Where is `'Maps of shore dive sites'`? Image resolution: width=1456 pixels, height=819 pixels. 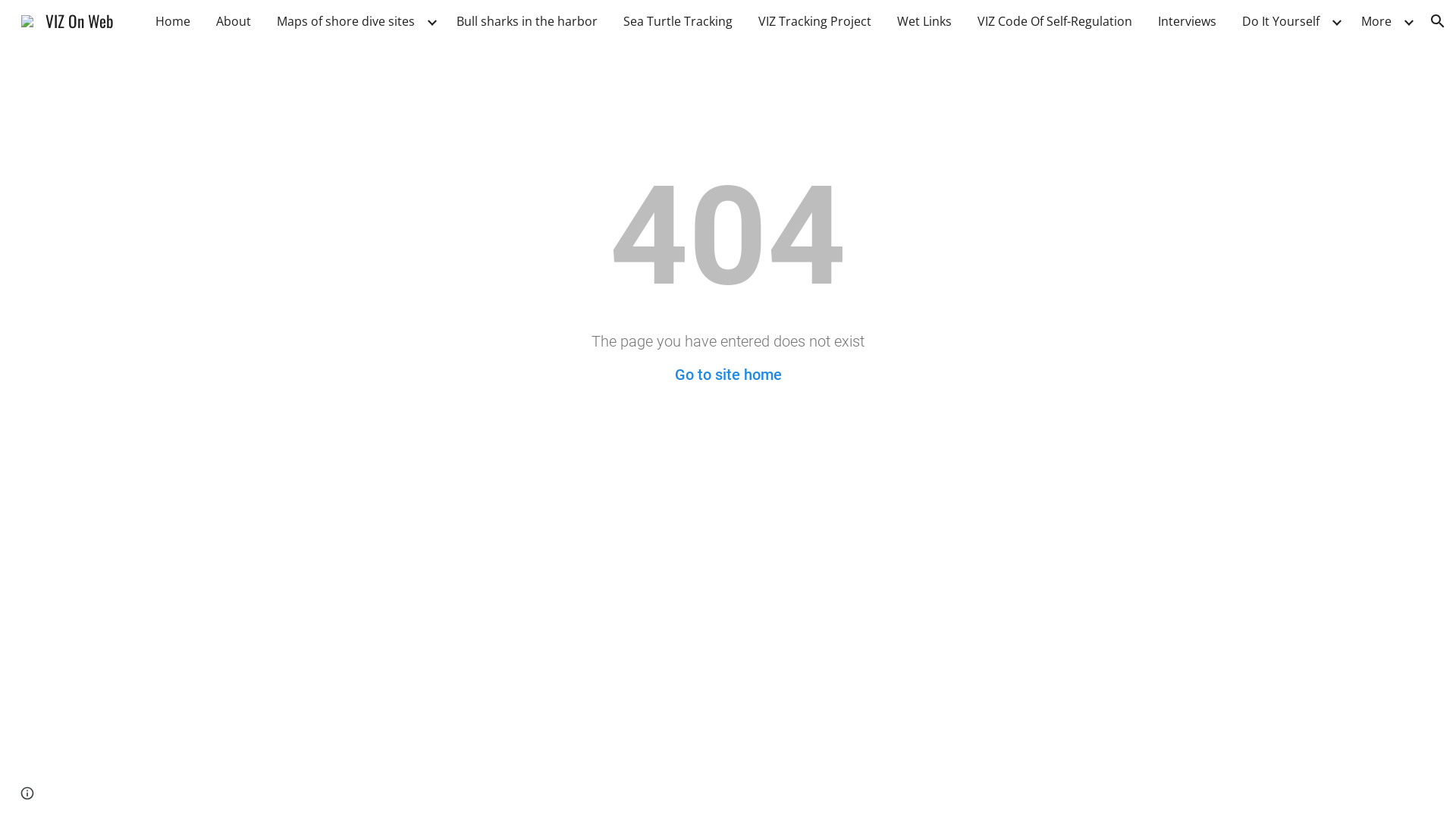
'Maps of shore dive sites' is located at coordinates (345, 20).